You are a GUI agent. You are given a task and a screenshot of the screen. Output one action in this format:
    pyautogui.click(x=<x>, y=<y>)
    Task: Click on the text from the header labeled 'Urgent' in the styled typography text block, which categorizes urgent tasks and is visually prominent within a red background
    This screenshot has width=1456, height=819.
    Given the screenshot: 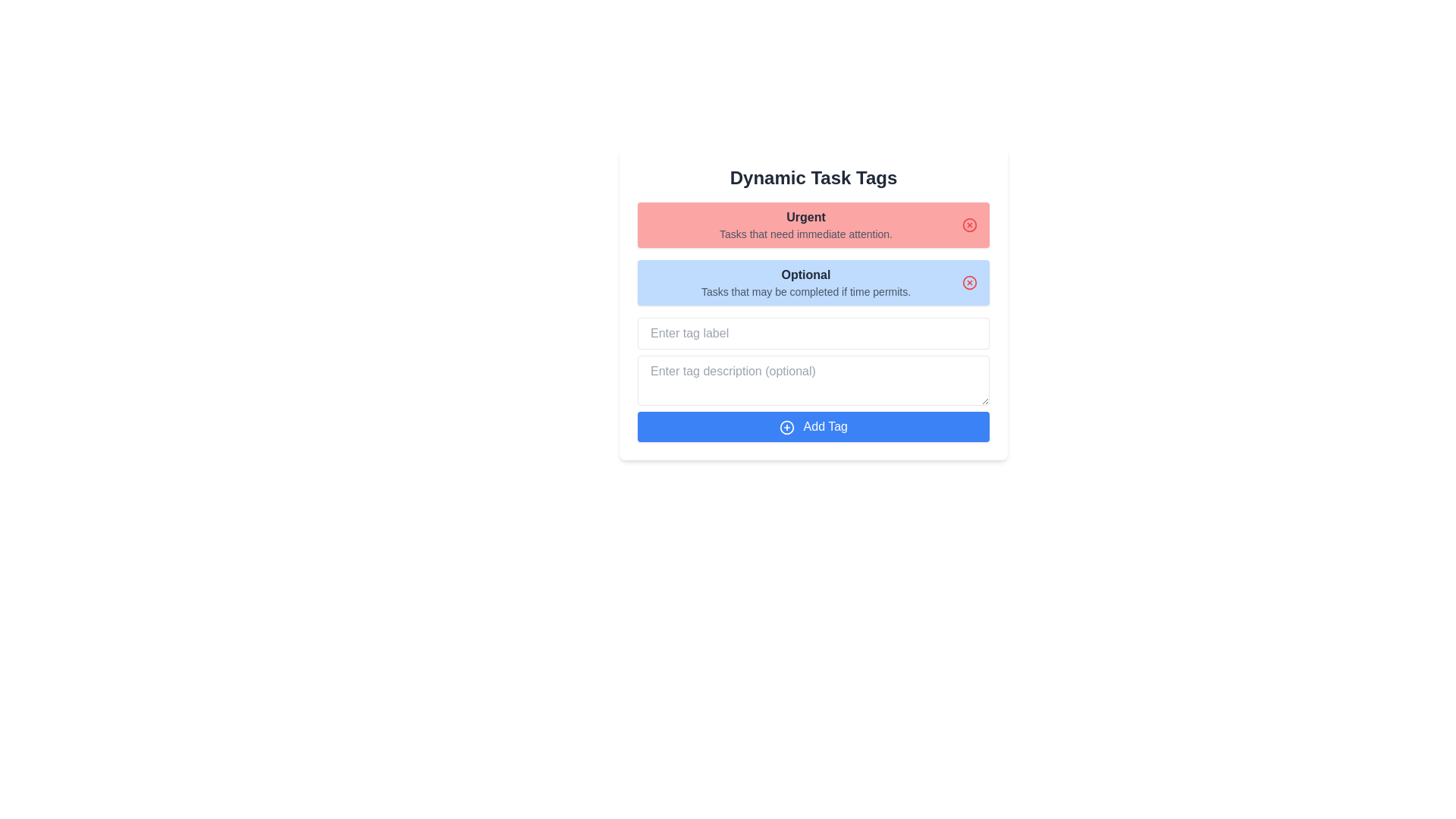 What is the action you would take?
    pyautogui.click(x=805, y=225)
    